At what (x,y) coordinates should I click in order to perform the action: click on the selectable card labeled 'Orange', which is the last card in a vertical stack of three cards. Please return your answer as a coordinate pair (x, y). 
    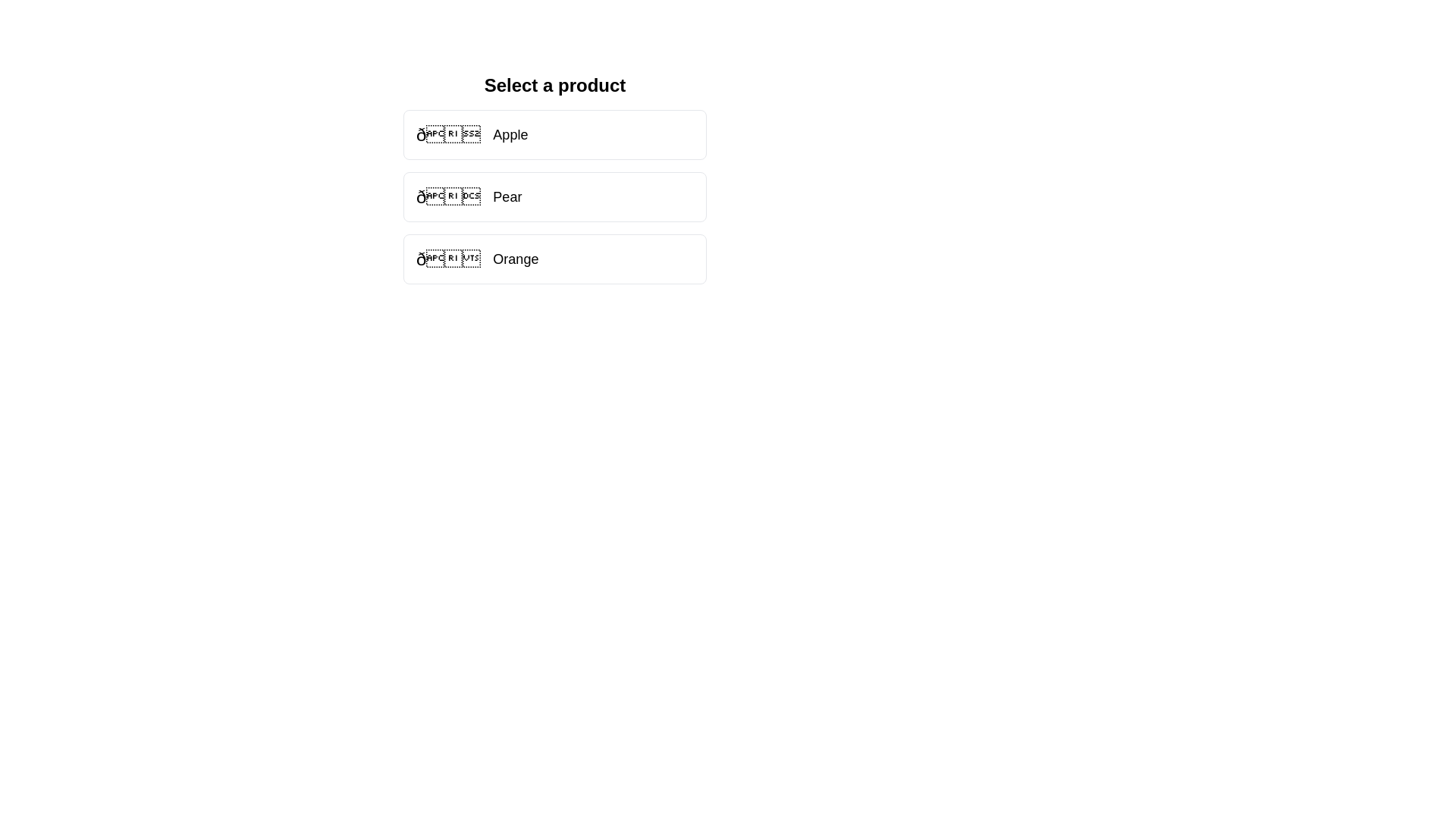
    Looking at the image, I should click on (554, 259).